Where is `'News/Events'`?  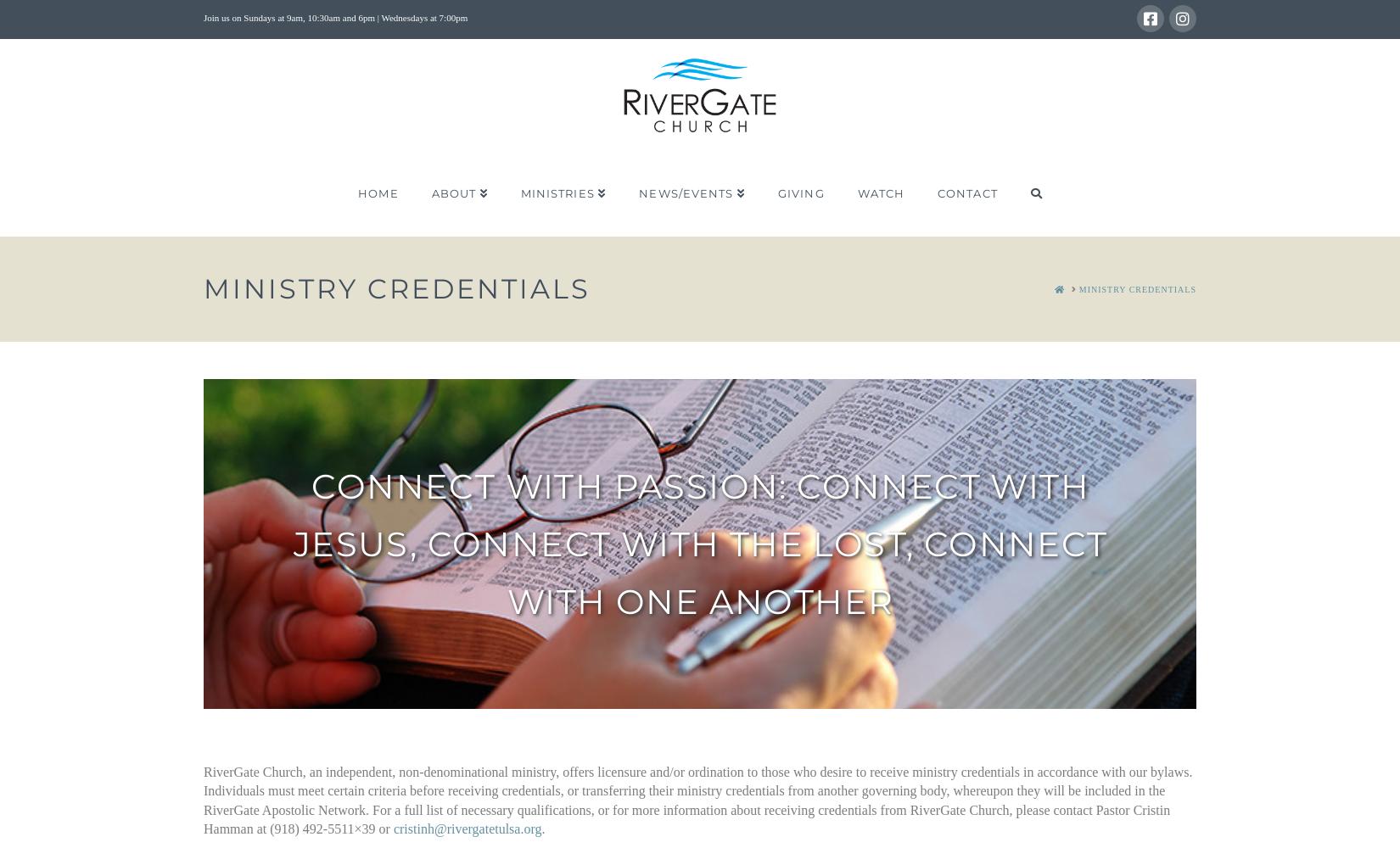
'News/Events' is located at coordinates (685, 192).